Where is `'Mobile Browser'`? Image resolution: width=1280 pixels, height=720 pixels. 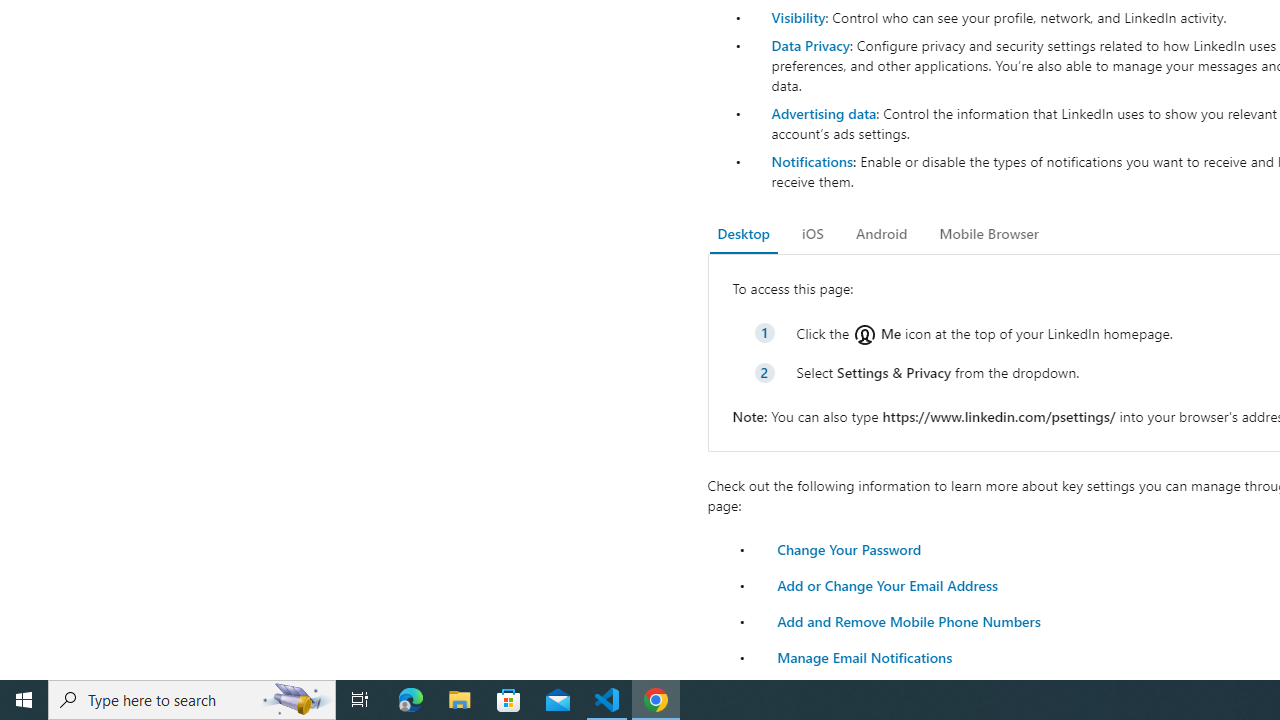 'Mobile Browser' is located at coordinates (988, 233).